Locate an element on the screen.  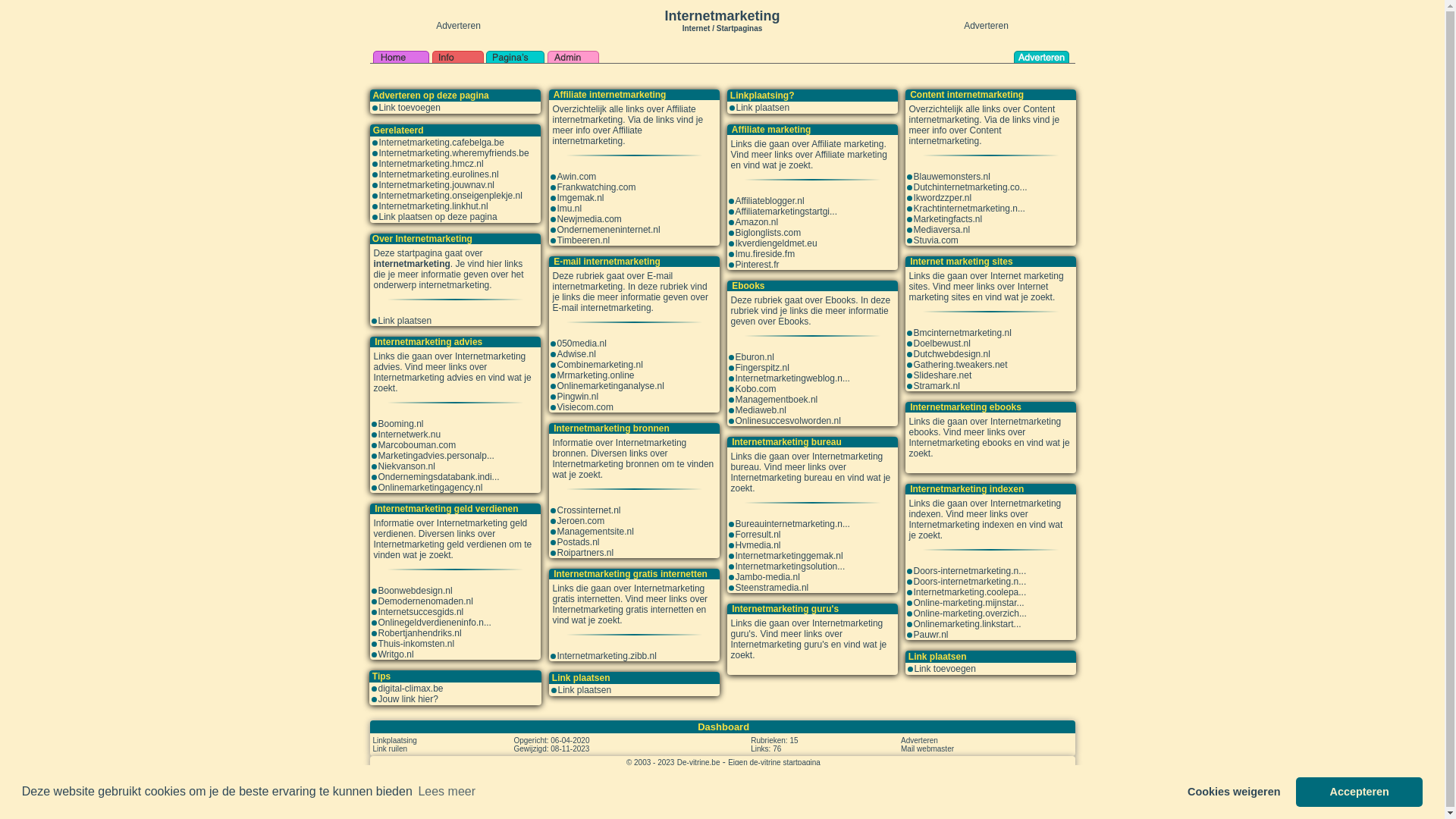
'Managementsite.nl' is located at coordinates (594, 531).